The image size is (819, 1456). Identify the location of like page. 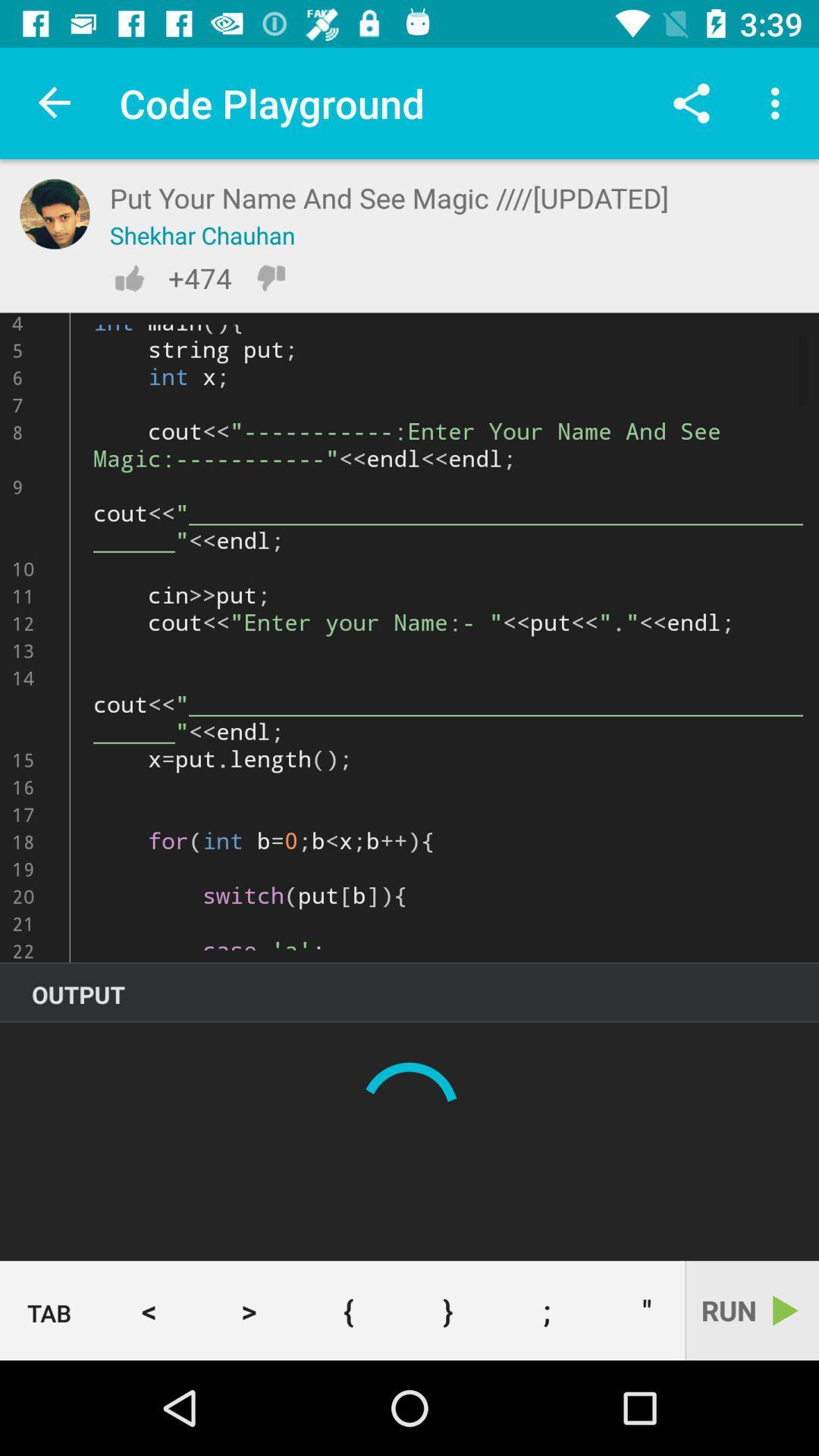
(128, 278).